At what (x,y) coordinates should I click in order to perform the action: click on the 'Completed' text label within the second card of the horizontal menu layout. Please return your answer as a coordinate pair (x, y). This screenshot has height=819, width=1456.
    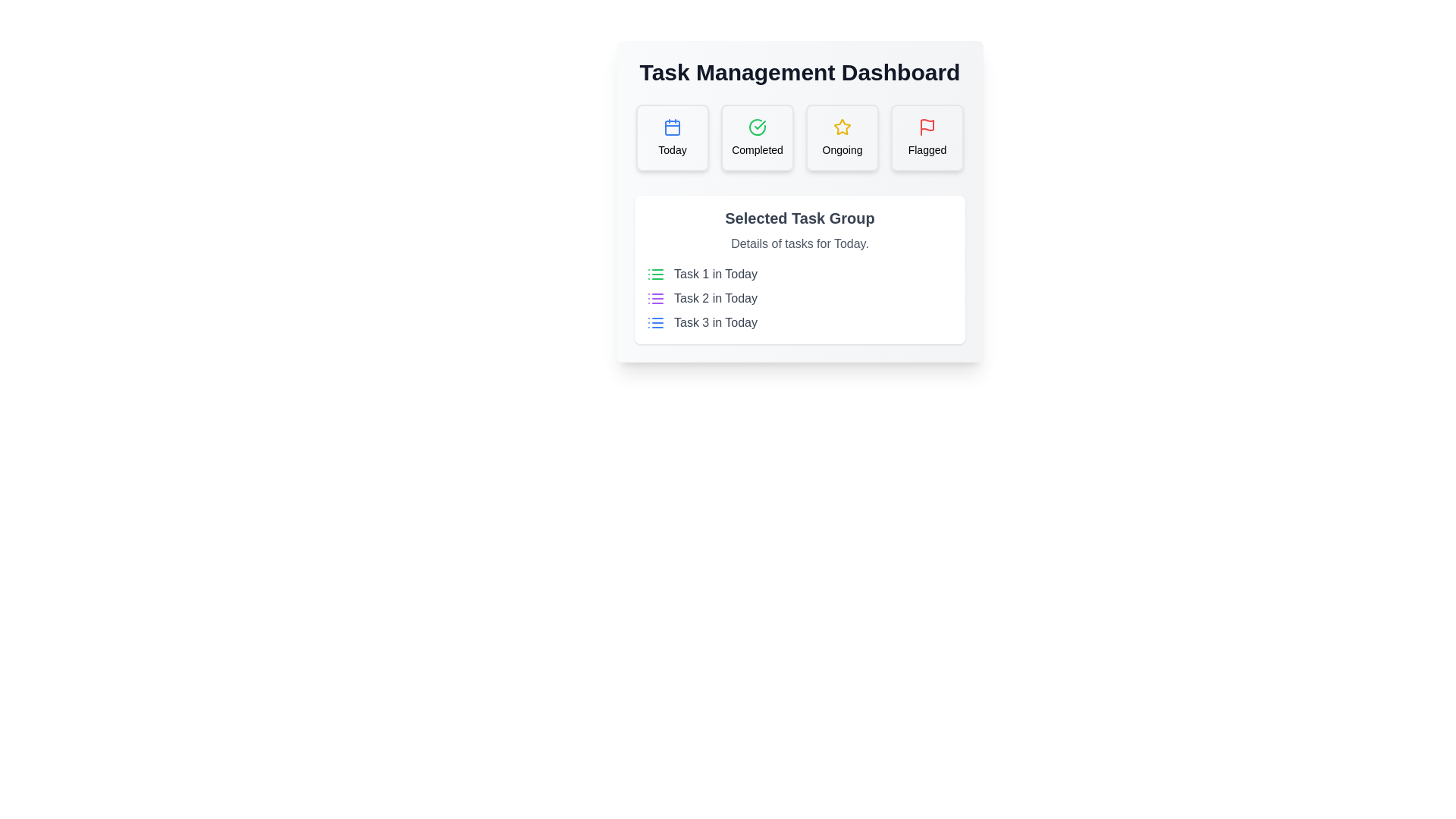
    Looking at the image, I should click on (757, 149).